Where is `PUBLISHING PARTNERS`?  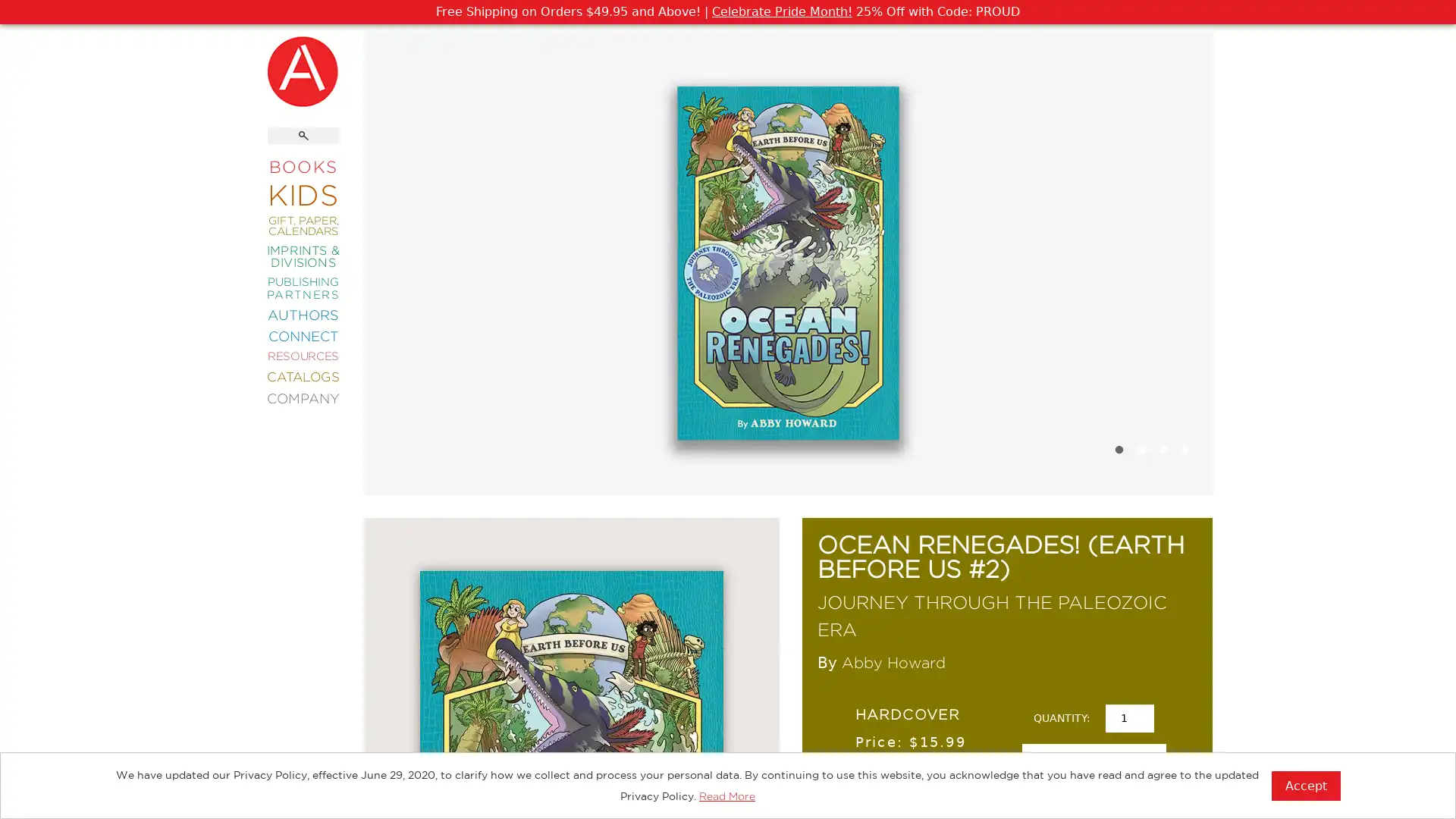
PUBLISHING PARTNERS is located at coordinates (303, 287).